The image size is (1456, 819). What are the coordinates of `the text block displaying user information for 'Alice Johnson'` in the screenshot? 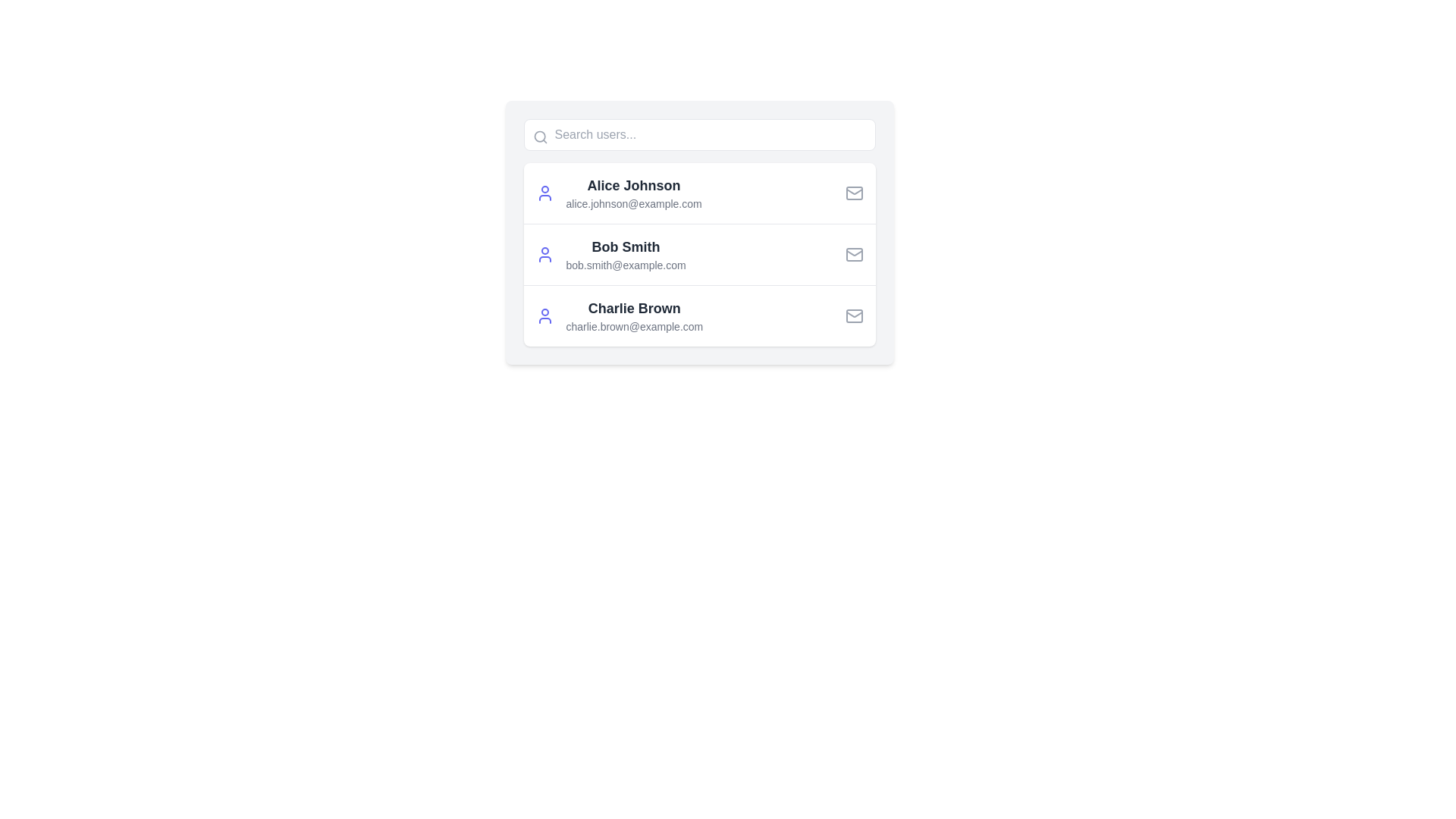 It's located at (634, 192).